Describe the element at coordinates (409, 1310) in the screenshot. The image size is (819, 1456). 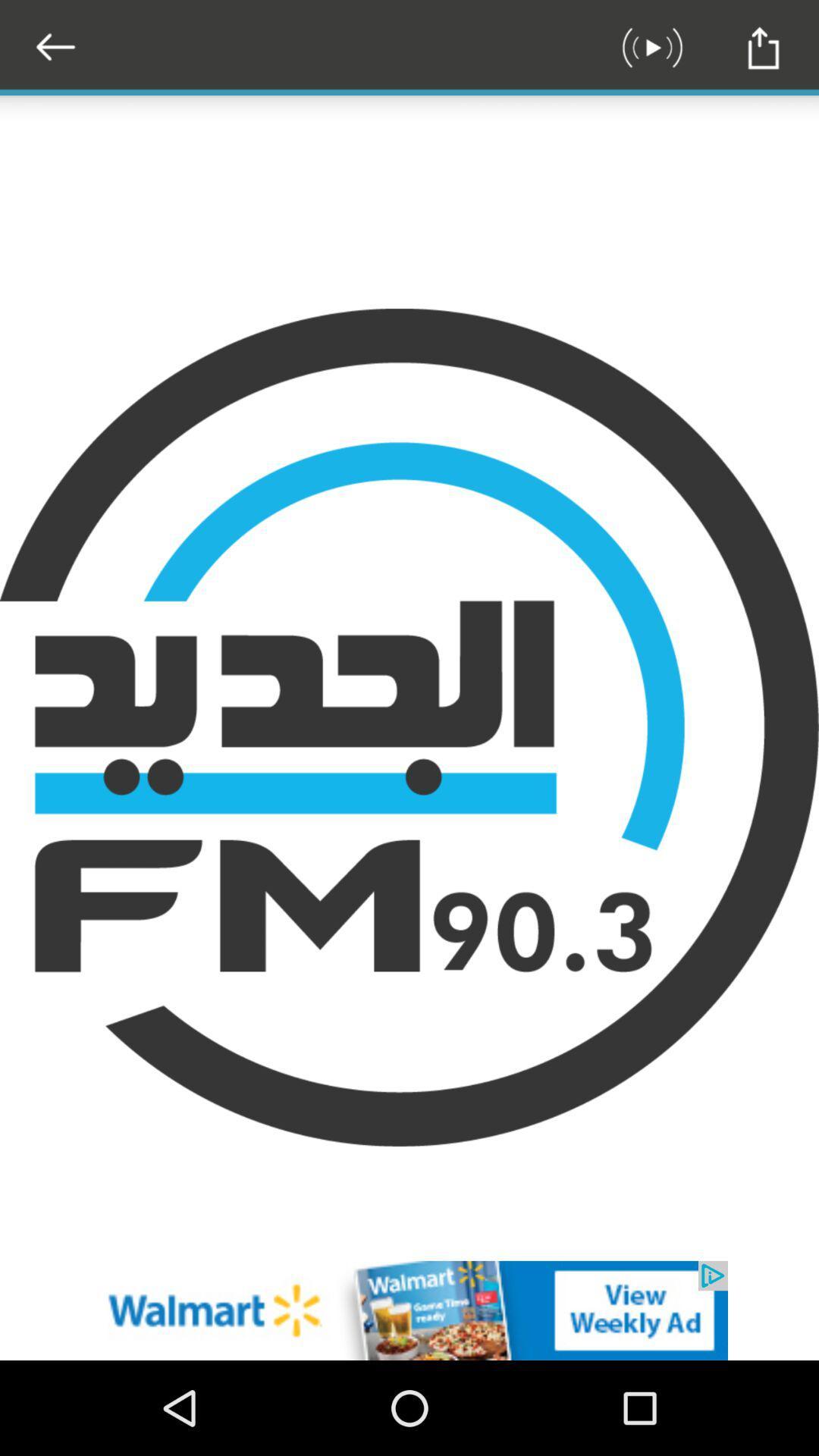
I see `the option` at that location.